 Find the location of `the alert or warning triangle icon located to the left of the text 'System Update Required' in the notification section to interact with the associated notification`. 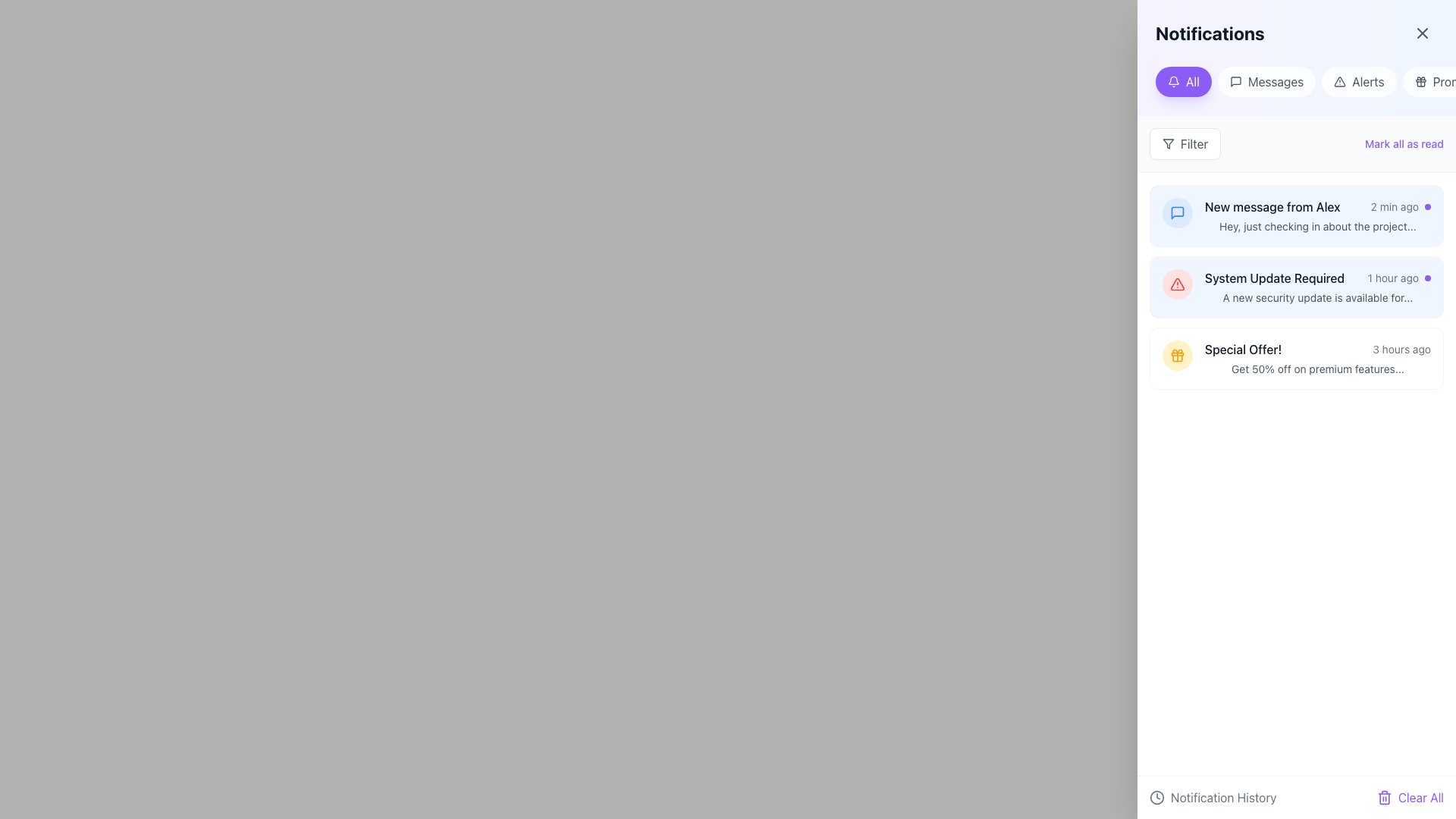

the alert or warning triangle icon located to the left of the text 'System Update Required' in the notification section to interact with the associated notification is located at coordinates (1176, 284).